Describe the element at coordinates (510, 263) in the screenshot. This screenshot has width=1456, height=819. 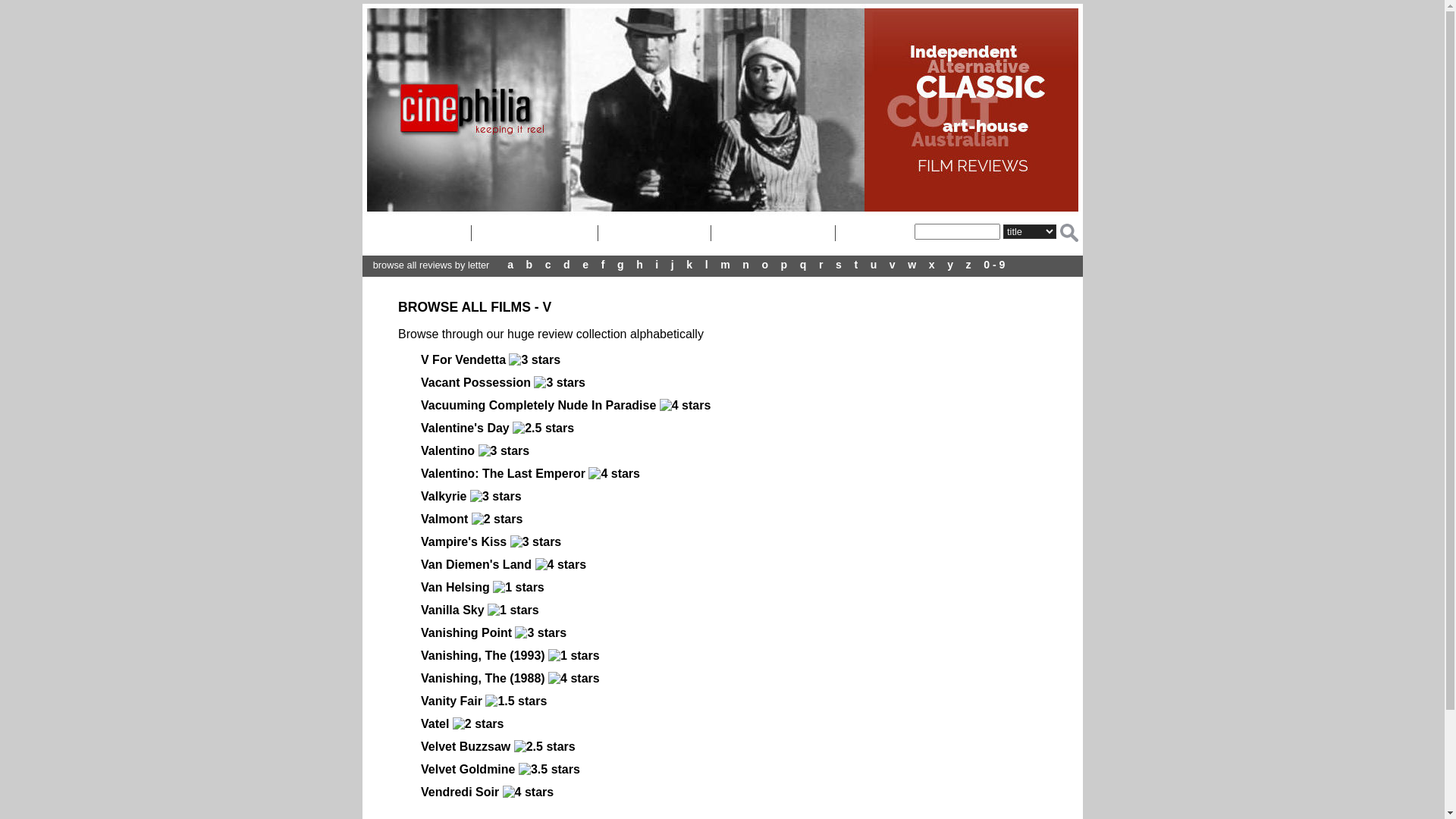
I see `'a'` at that location.